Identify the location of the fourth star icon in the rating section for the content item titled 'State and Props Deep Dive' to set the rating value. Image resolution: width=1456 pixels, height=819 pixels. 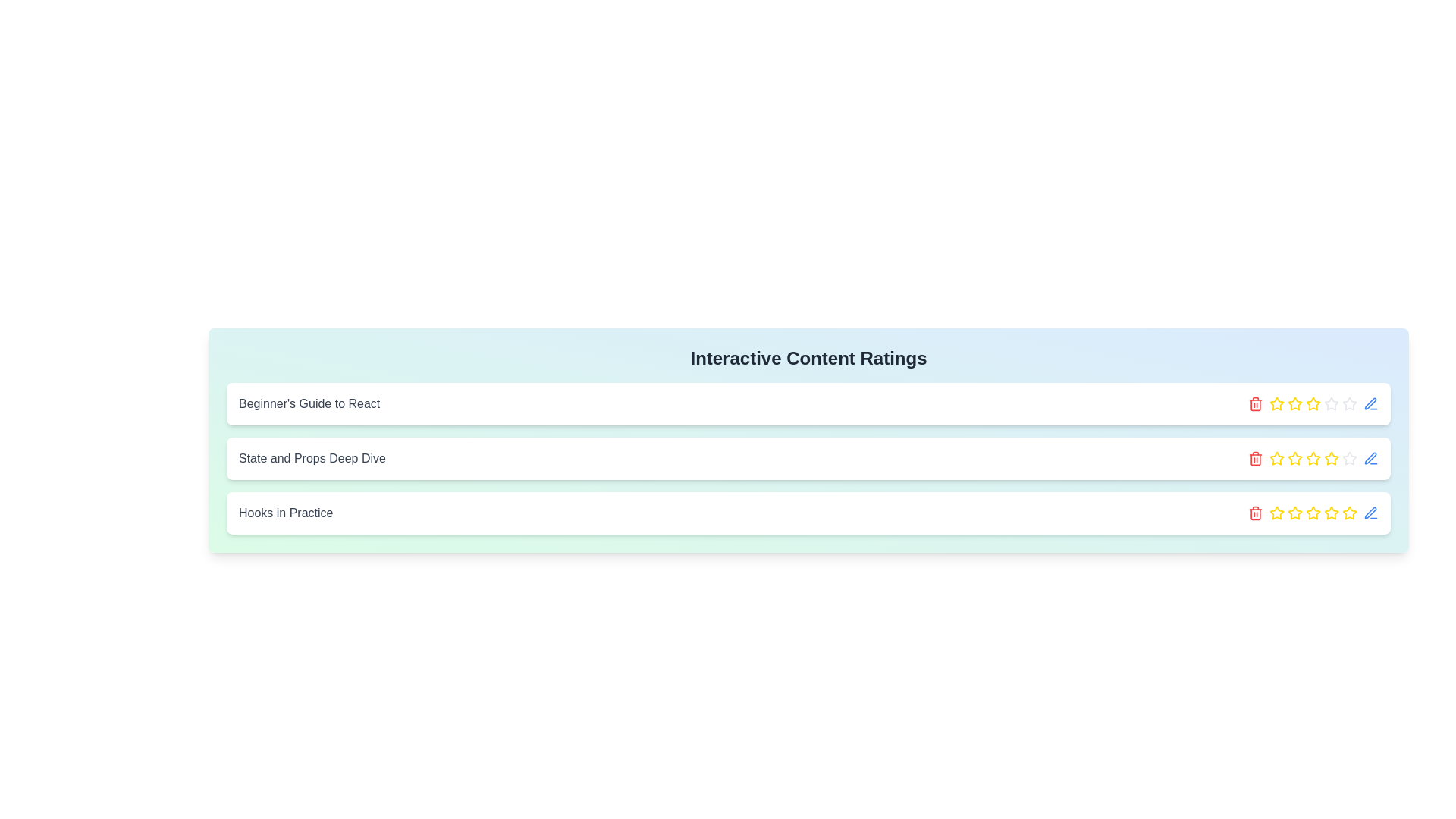
(1330, 457).